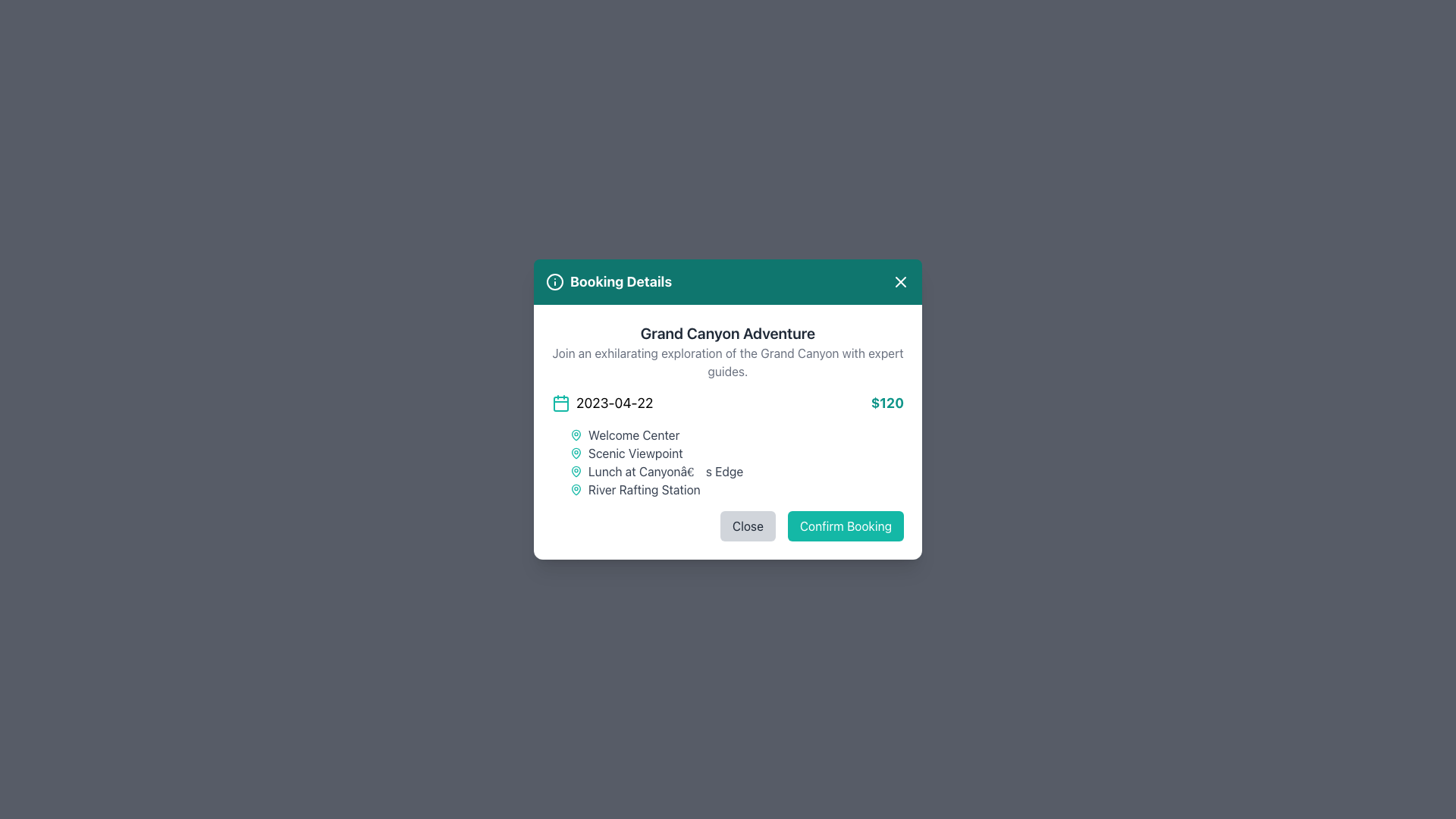  What do you see at coordinates (887, 403) in the screenshot?
I see `the cost or price text located in the top-right corner of the modal dialog, aligned with the date '2023-04-22'` at bounding box center [887, 403].